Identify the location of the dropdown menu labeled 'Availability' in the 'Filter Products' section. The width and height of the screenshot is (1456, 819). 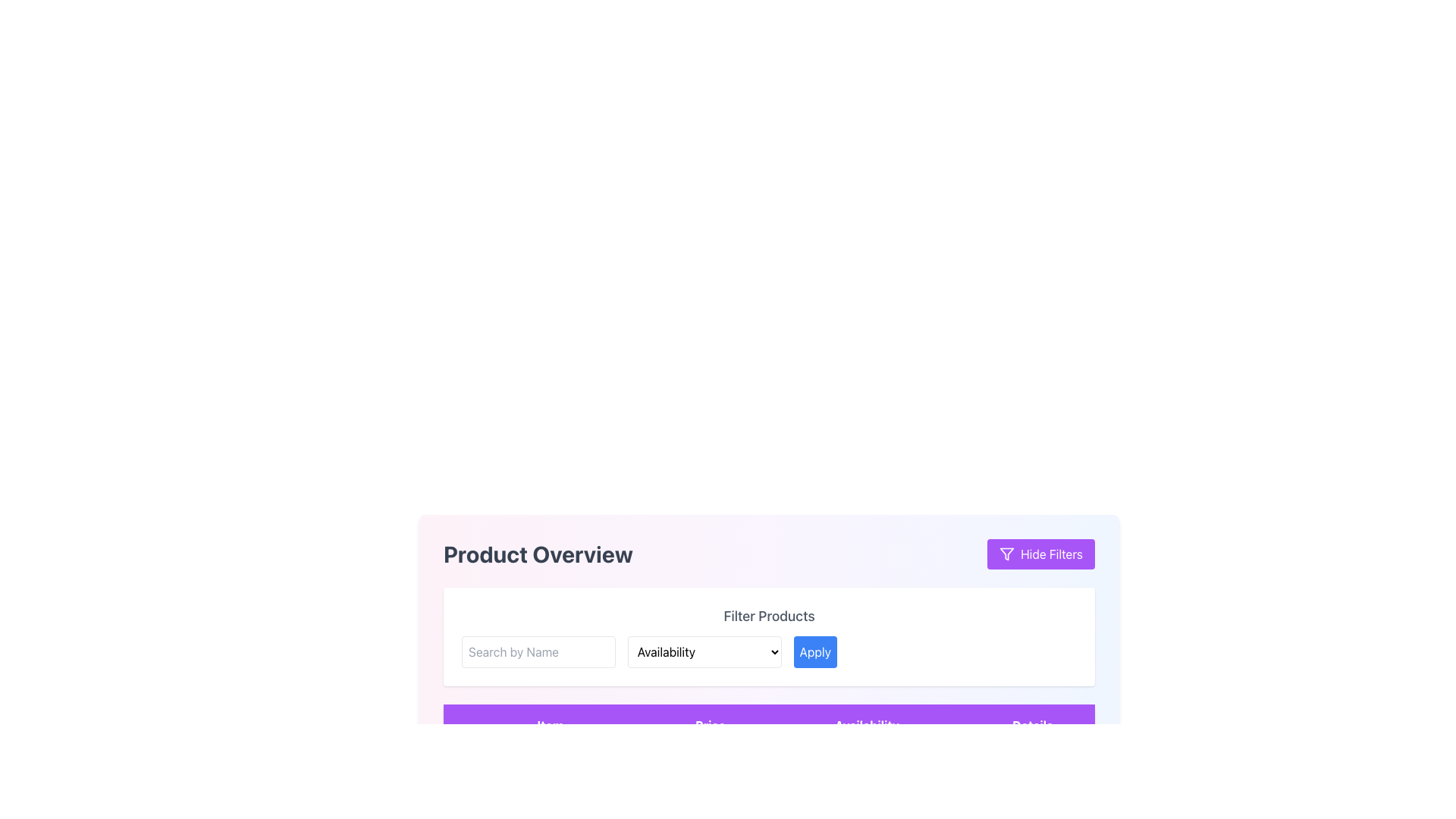
(769, 637).